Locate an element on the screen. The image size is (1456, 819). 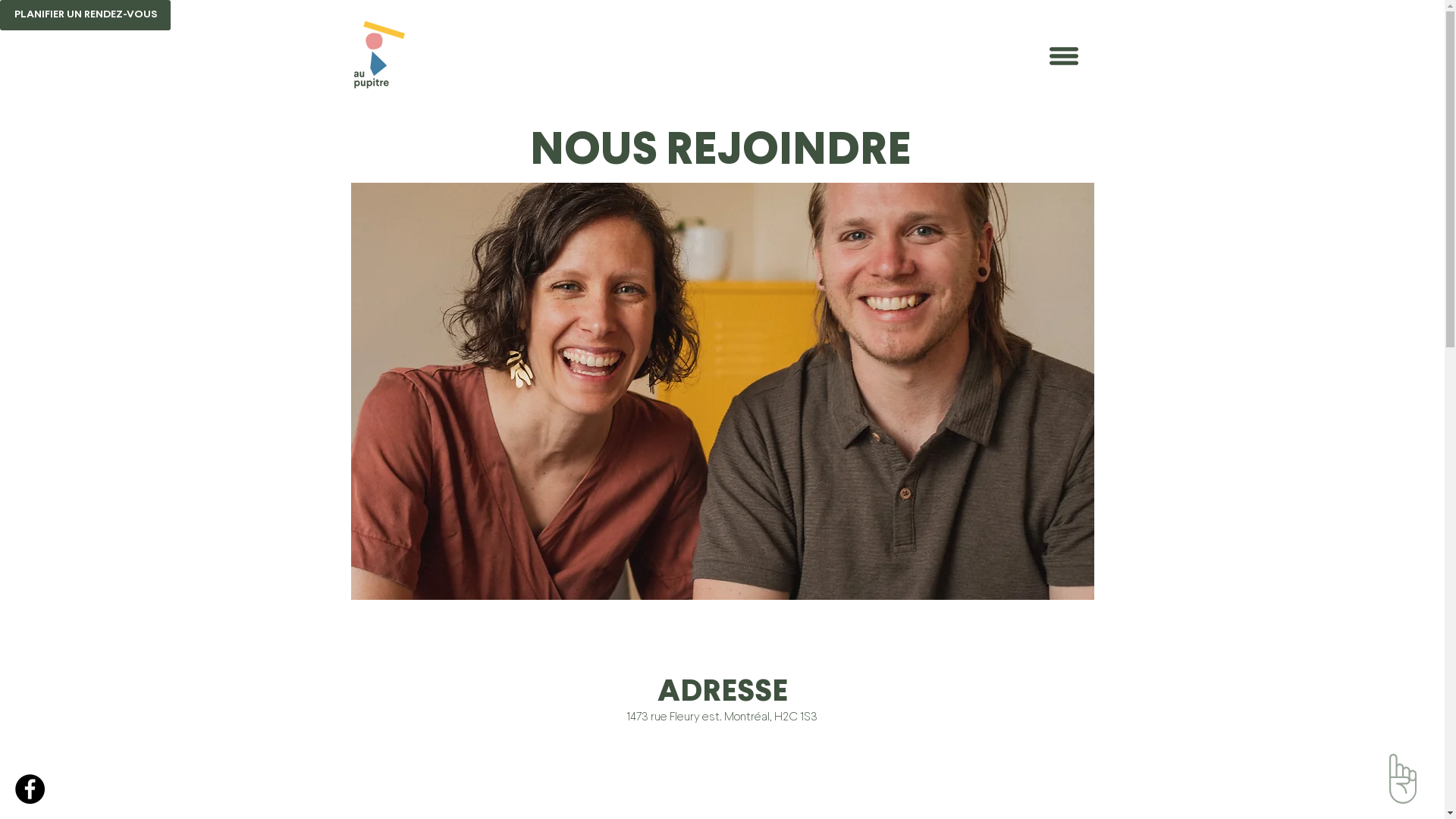
'PLANIFIER UN RENDEZ-VOUS' is located at coordinates (84, 14).